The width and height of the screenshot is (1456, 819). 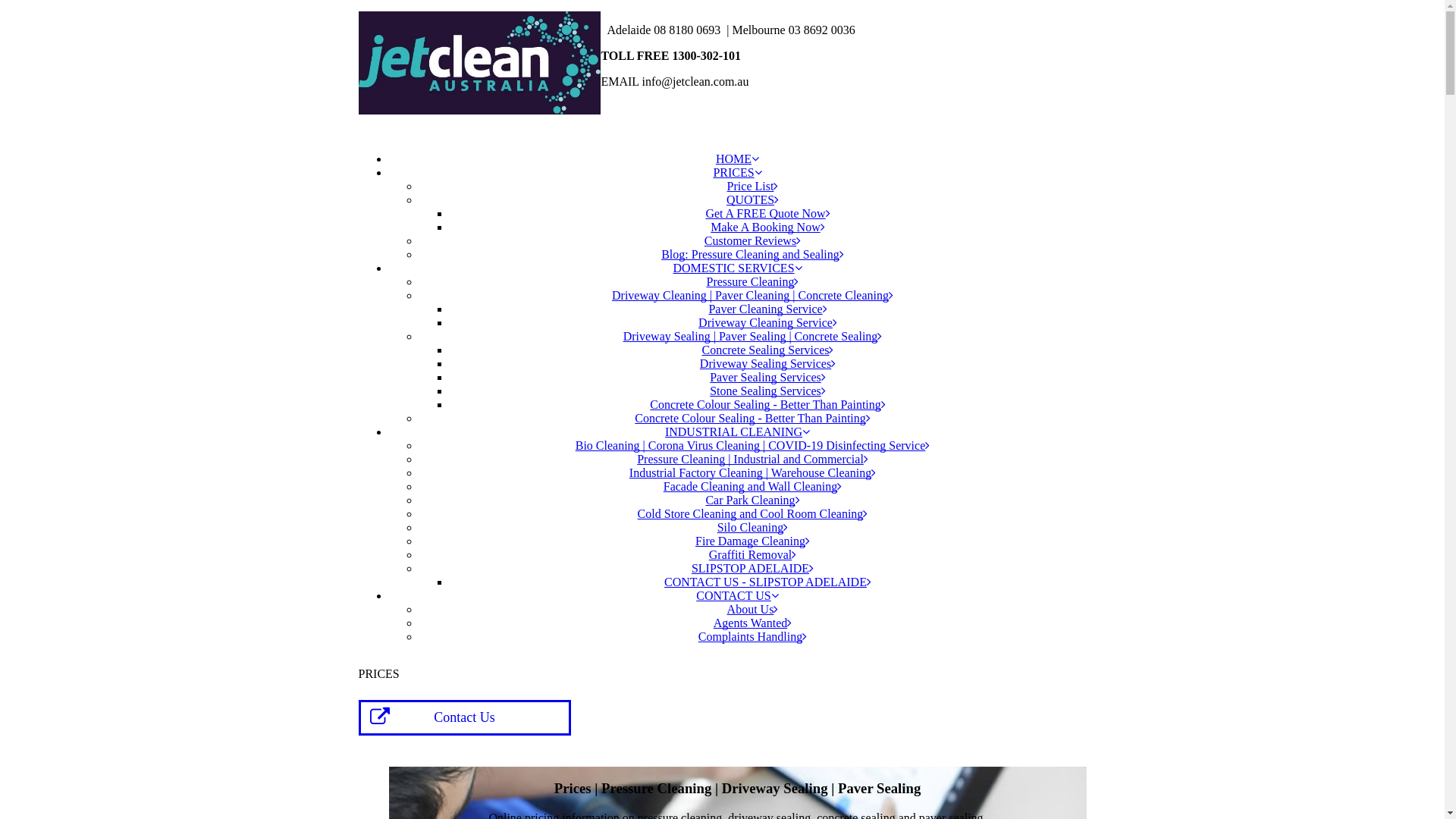 What do you see at coordinates (752, 500) in the screenshot?
I see `'Car Park Cleaning'` at bounding box center [752, 500].